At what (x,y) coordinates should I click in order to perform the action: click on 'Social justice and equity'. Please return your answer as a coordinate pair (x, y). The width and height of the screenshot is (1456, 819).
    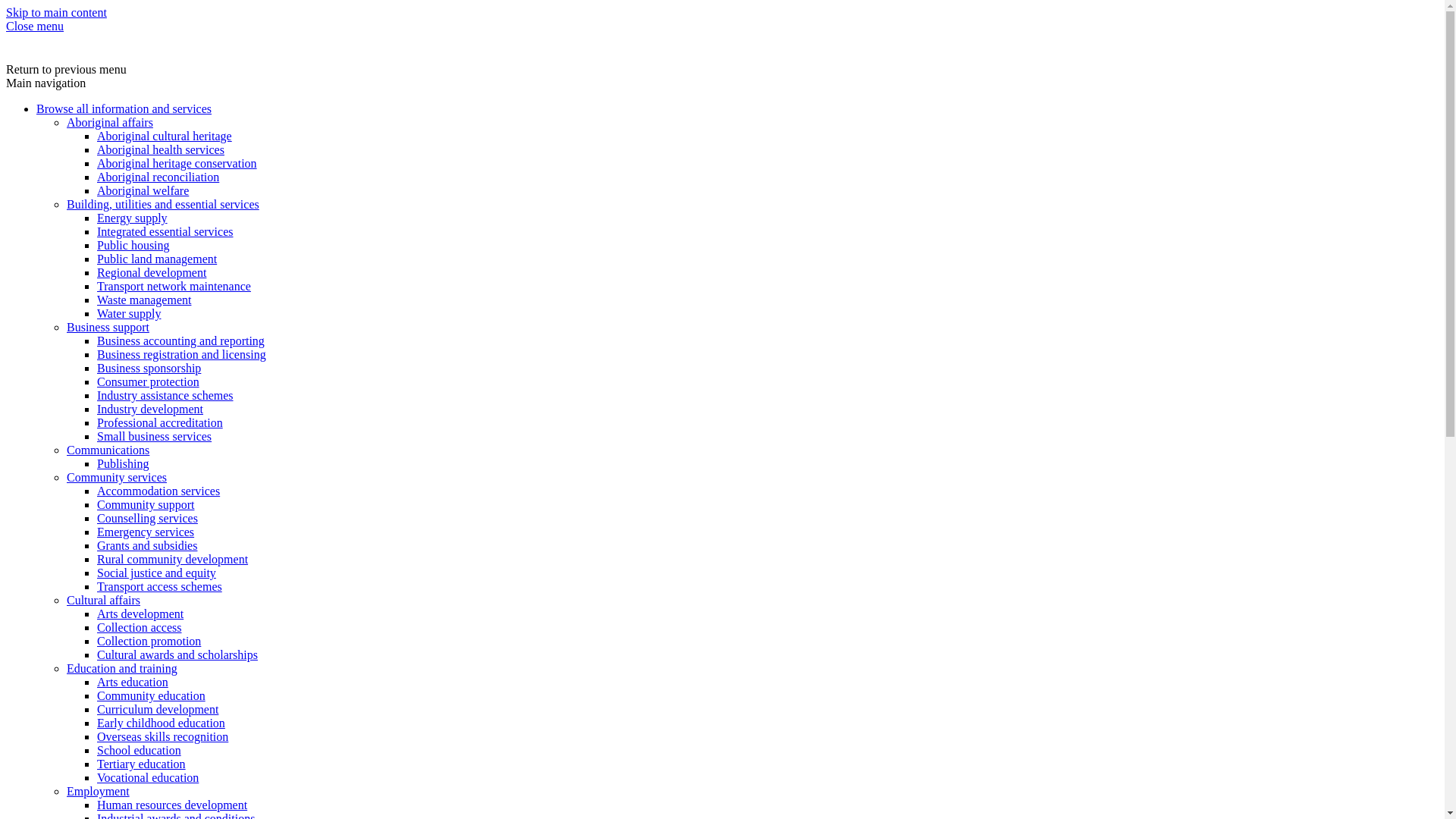
    Looking at the image, I should click on (156, 573).